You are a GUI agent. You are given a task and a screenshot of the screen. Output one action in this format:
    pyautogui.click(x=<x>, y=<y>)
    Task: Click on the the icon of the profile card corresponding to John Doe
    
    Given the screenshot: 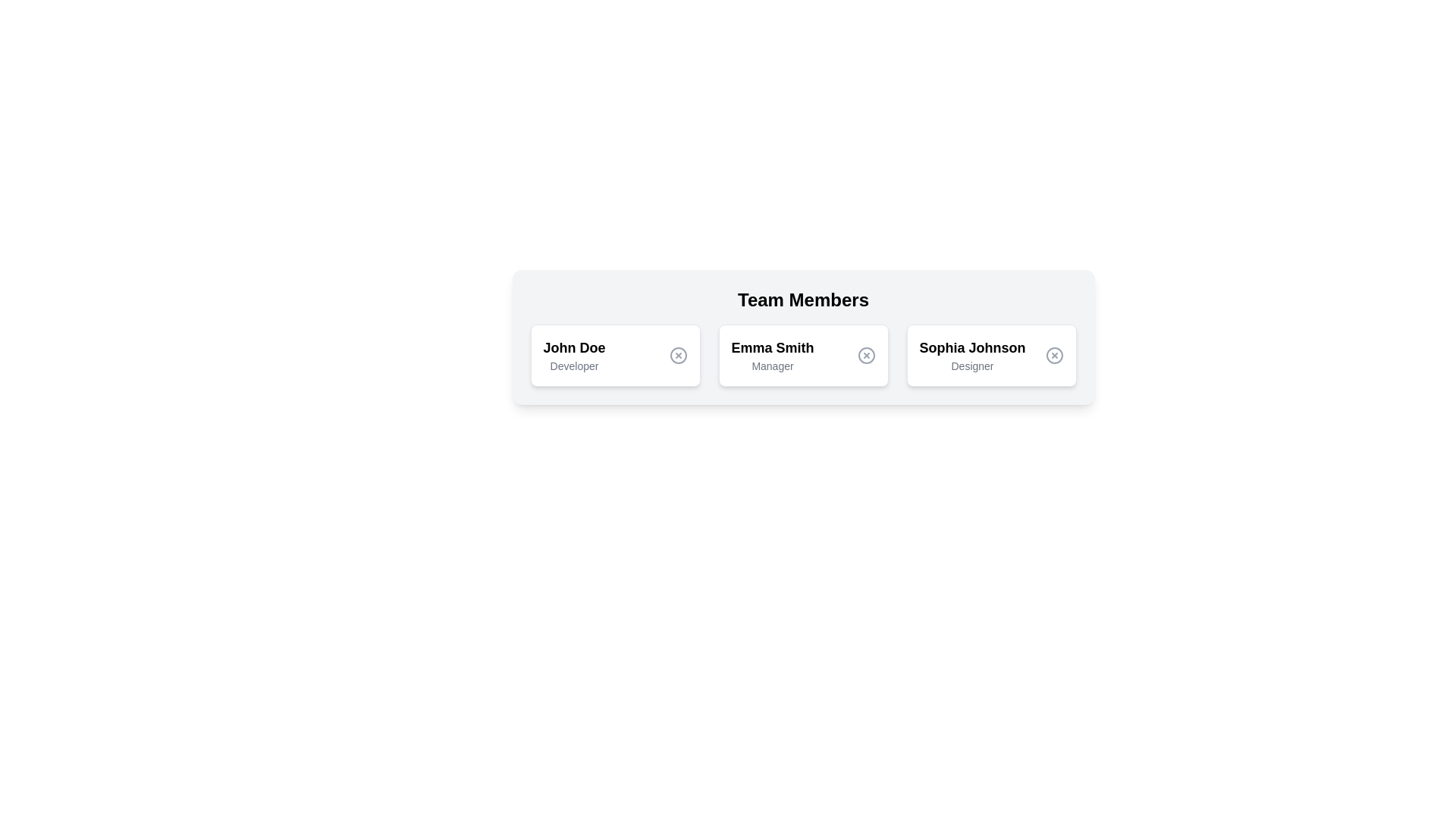 What is the action you would take?
    pyautogui.click(x=677, y=356)
    